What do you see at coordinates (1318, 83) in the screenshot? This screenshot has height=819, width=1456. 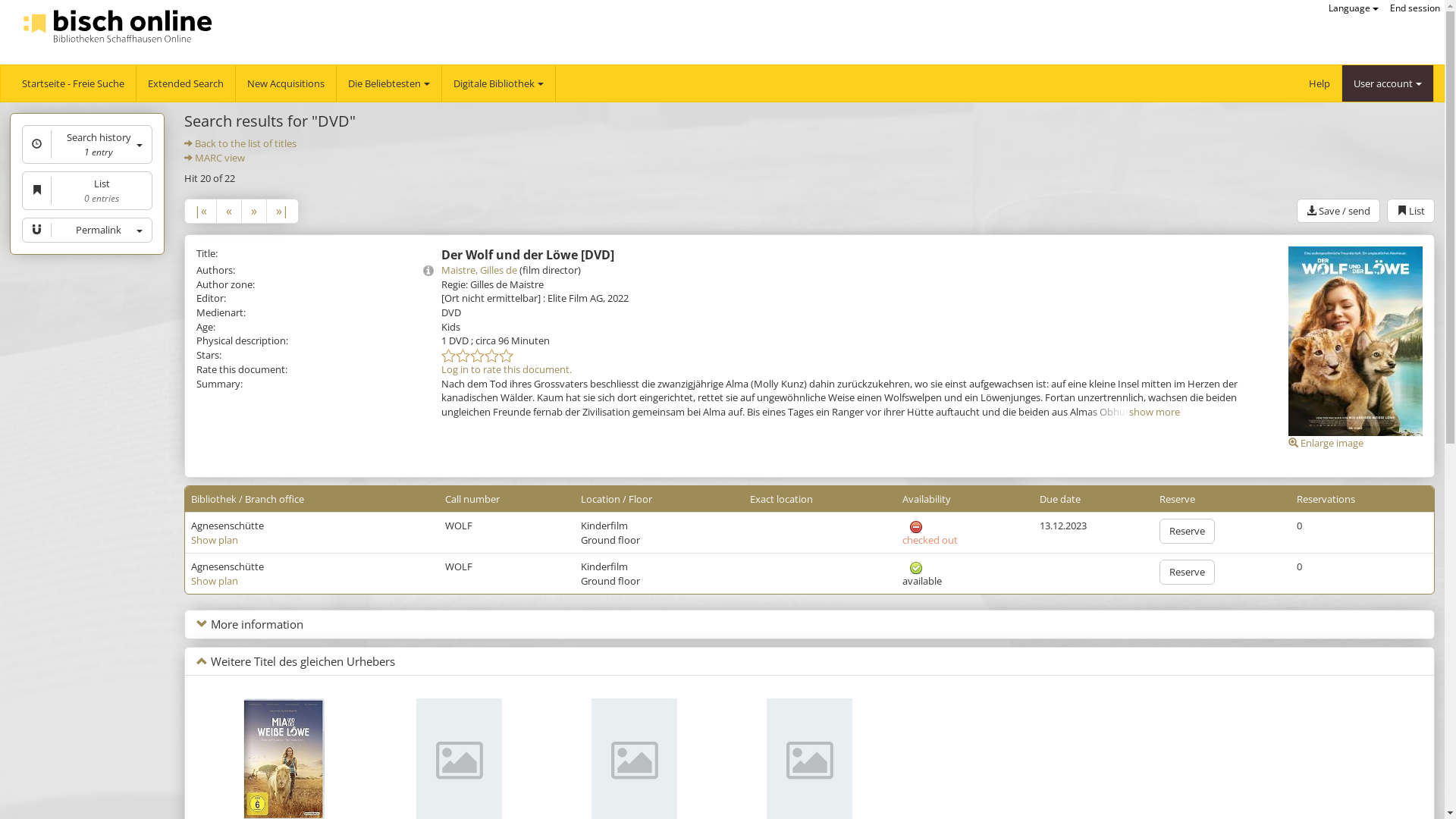 I see `'Help'` at bounding box center [1318, 83].